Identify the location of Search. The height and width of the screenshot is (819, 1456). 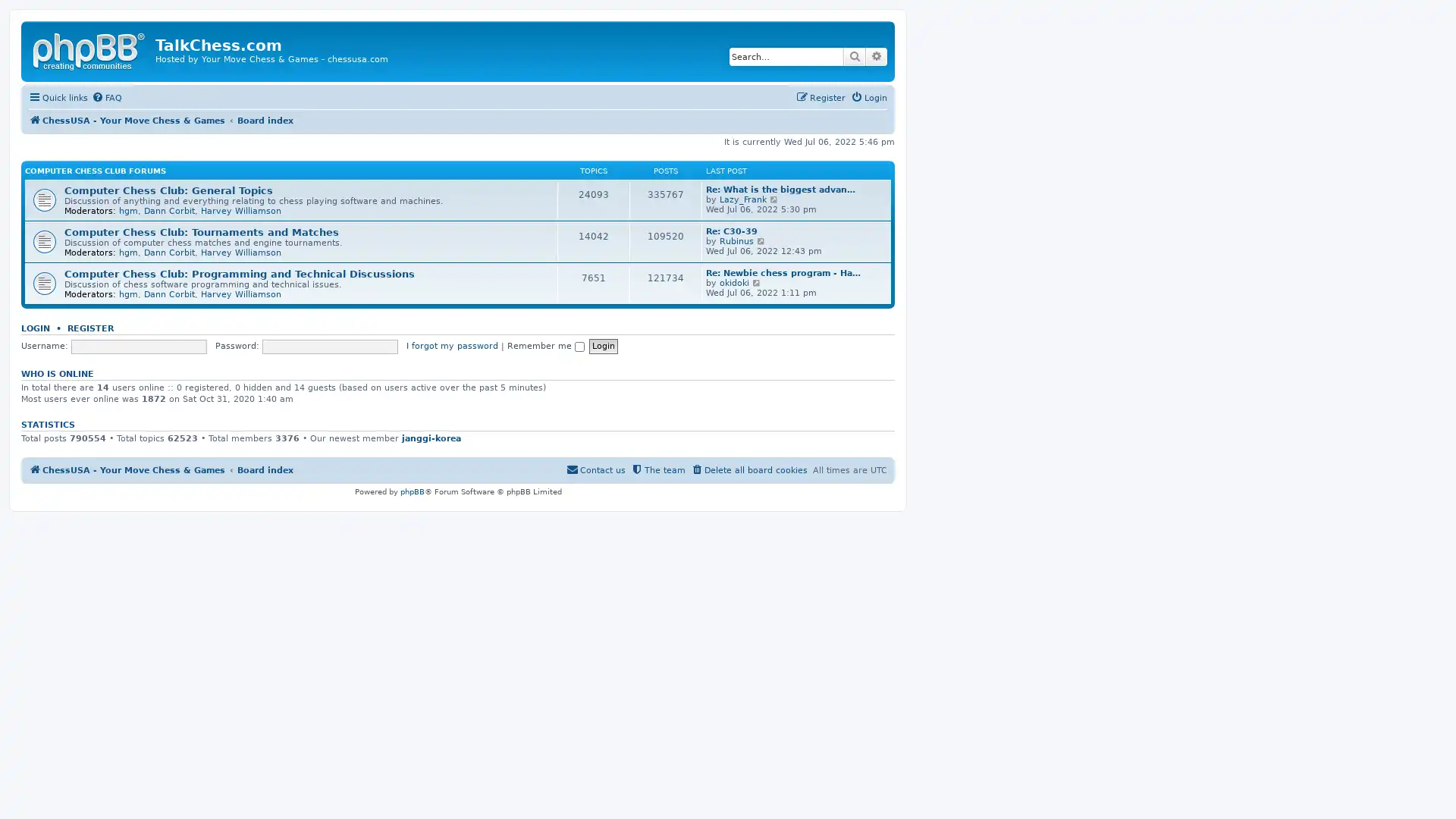
(855, 55).